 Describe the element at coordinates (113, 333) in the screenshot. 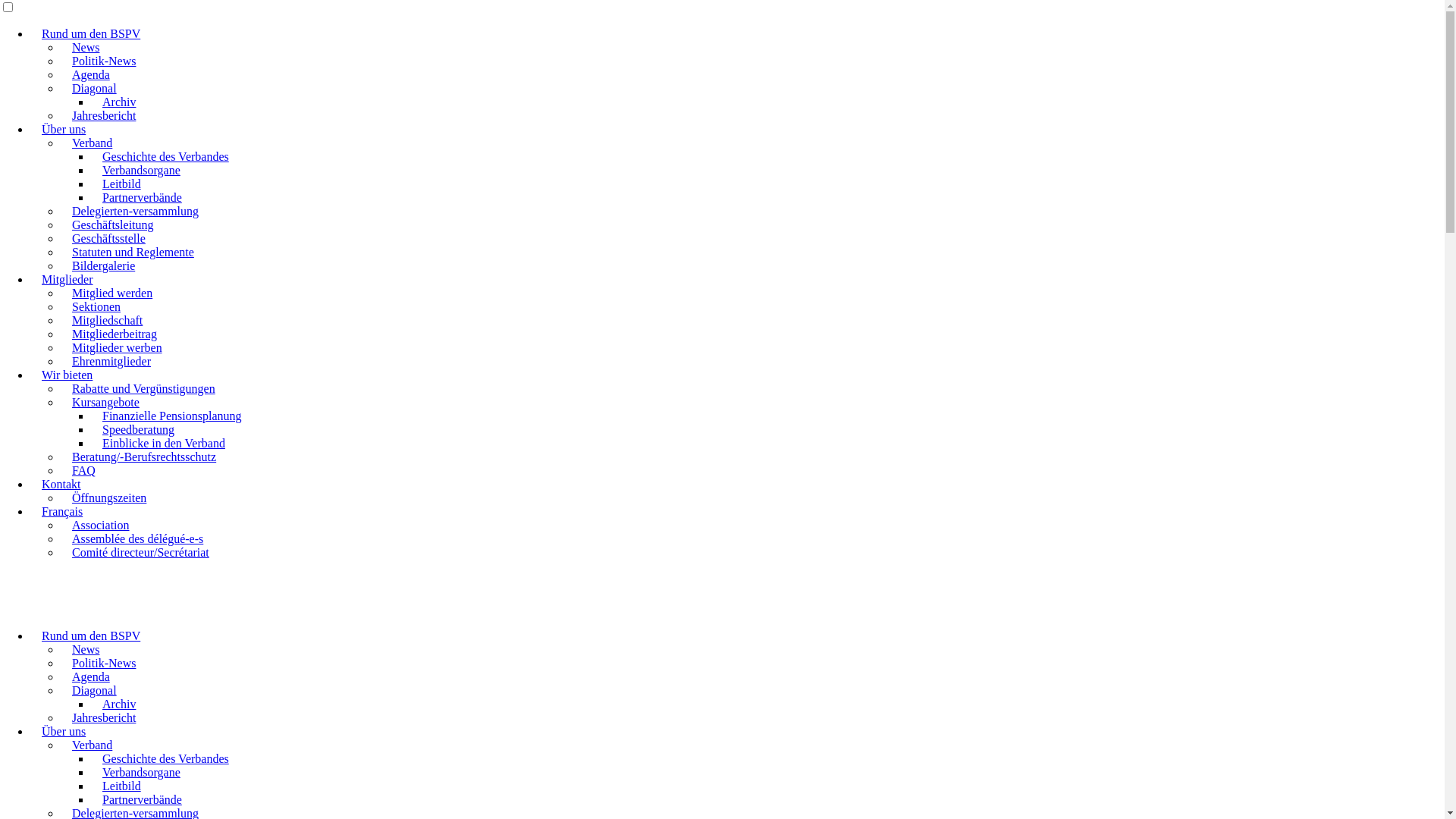

I see `'Mitgliederbeitrag'` at that location.